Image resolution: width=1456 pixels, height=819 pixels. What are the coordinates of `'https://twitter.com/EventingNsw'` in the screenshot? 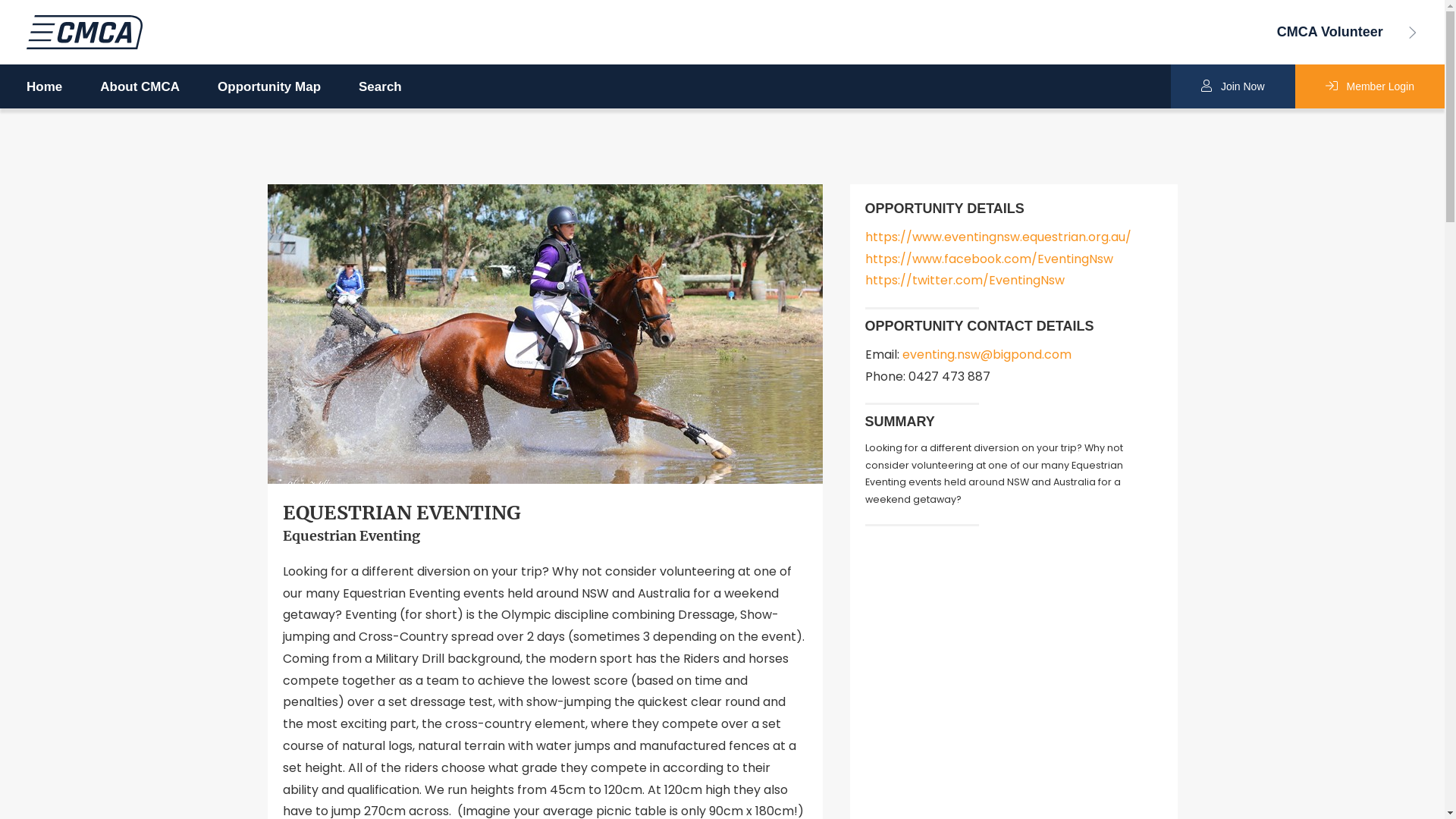 It's located at (963, 280).